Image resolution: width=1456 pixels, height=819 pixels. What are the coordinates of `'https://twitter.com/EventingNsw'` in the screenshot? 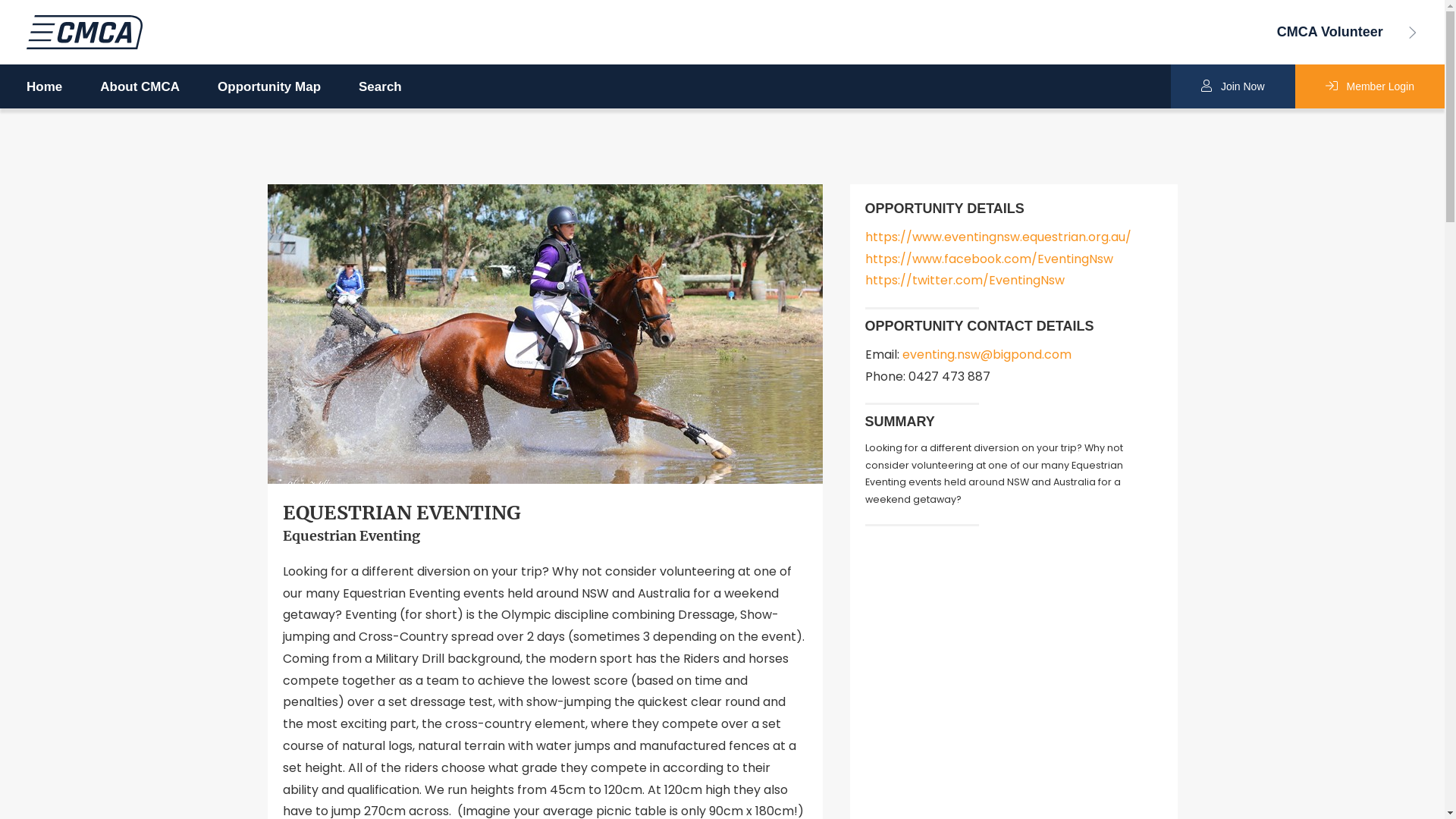 It's located at (963, 280).